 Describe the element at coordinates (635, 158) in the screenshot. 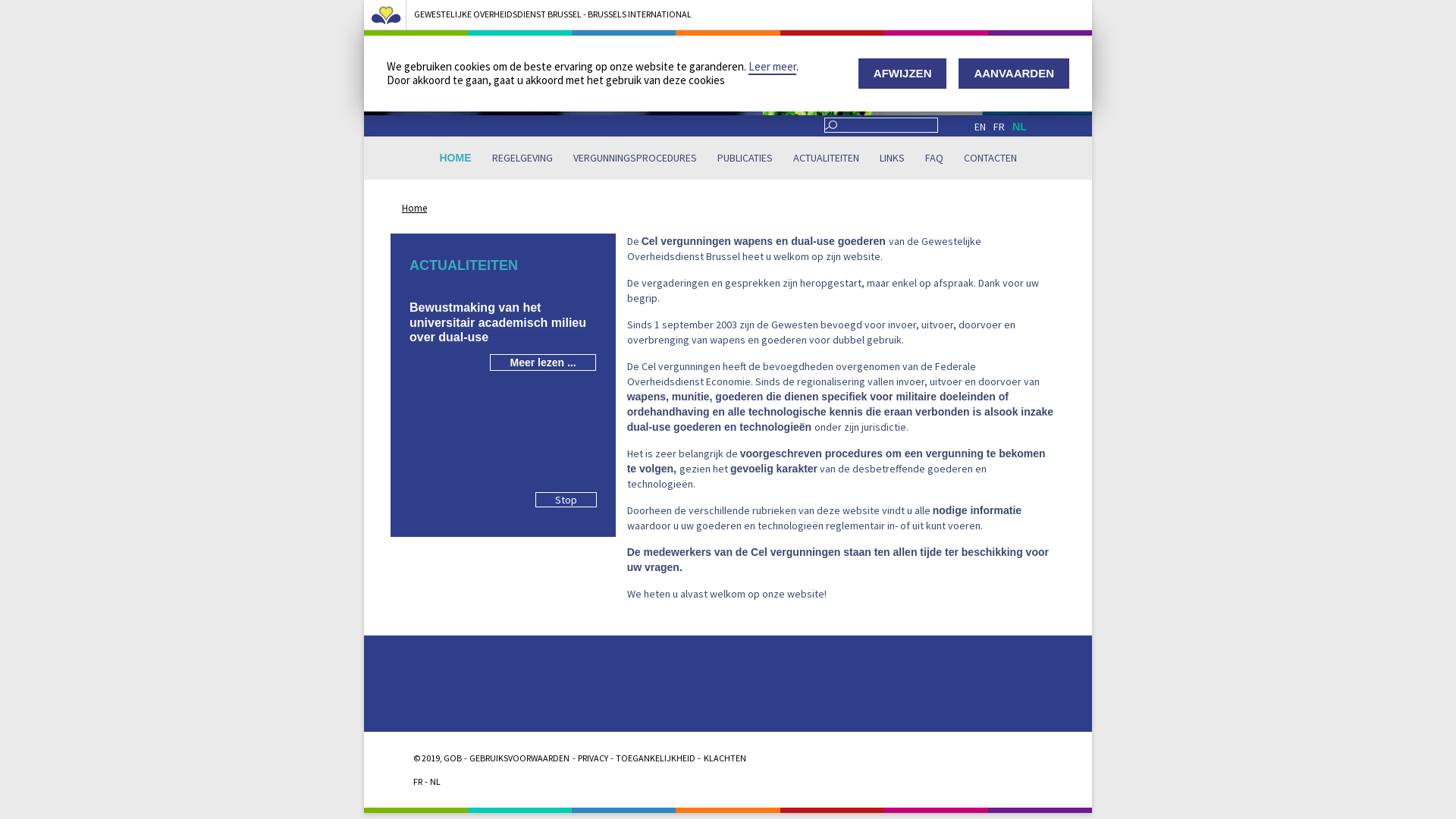

I see `'VERGUNNINGSPROCEDURES'` at that location.